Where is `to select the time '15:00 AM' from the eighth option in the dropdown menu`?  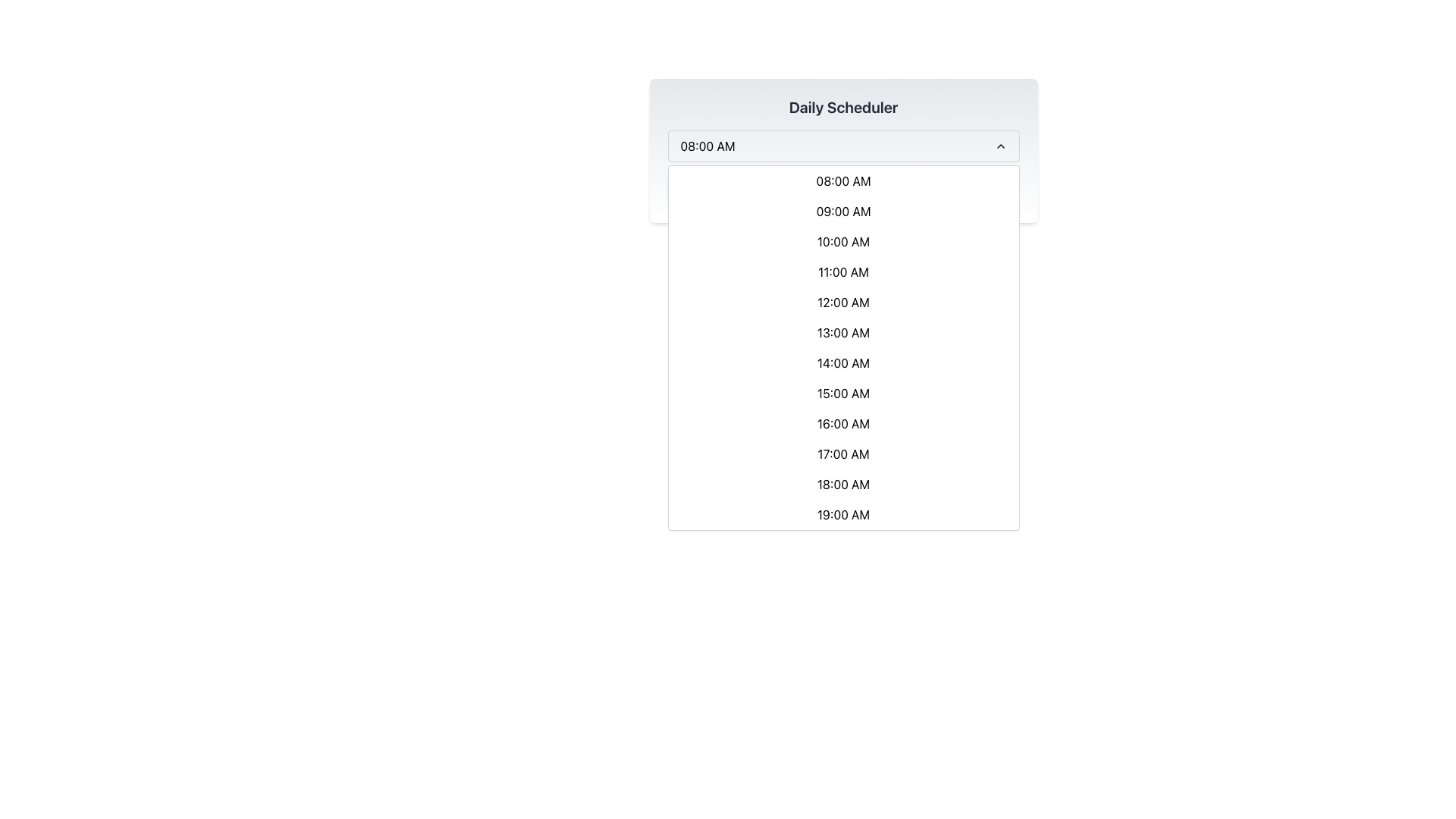
to select the time '15:00 AM' from the eighth option in the dropdown menu is located at coordinates (843, 393).